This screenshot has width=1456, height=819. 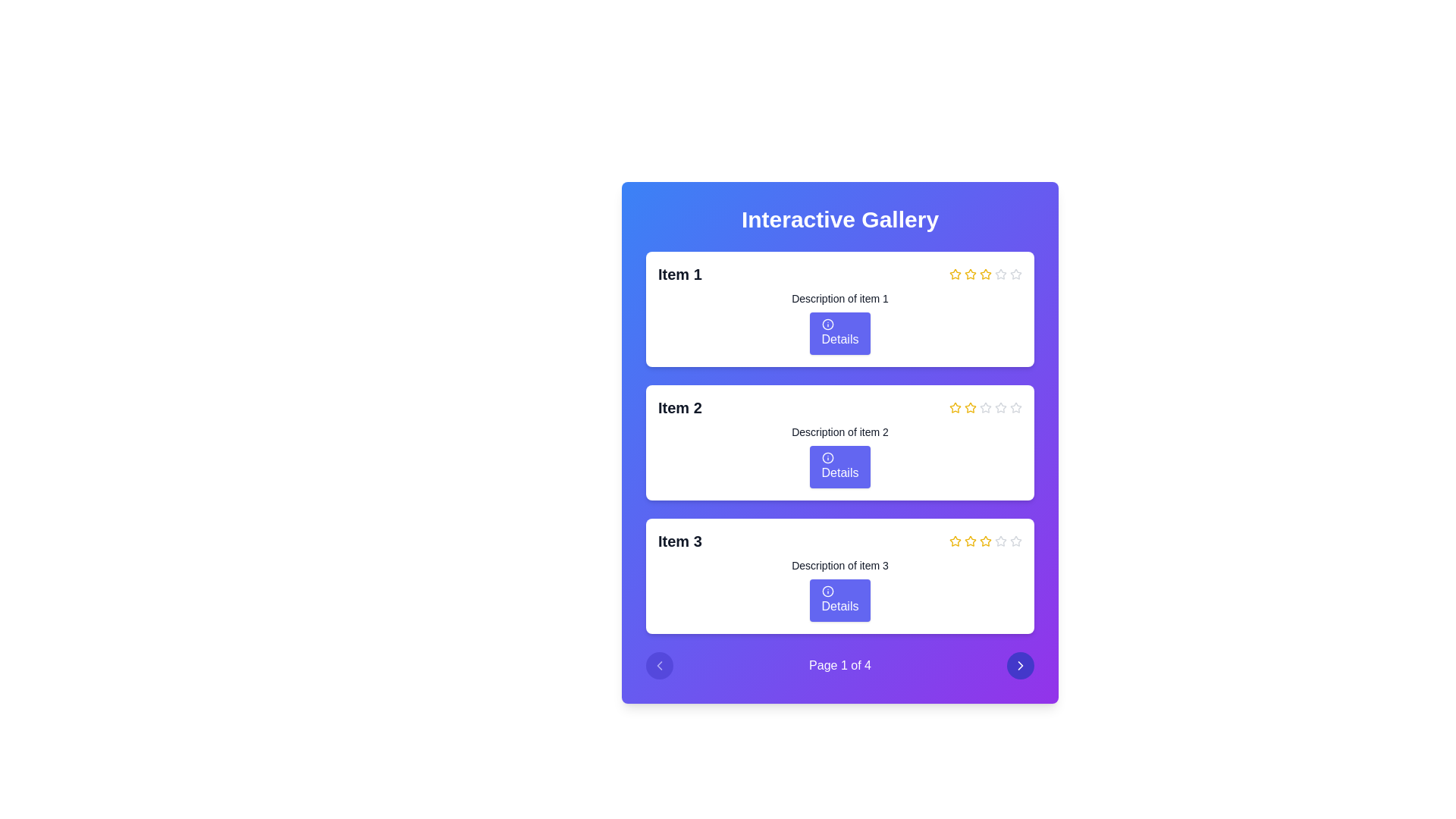 What do you see at coordinates (986, 540) in the screenshot?
I see `the second yellow star-shaped icon in the rating section, which is the third item box, to indicate a rating action` at bounding box center [986, 540].